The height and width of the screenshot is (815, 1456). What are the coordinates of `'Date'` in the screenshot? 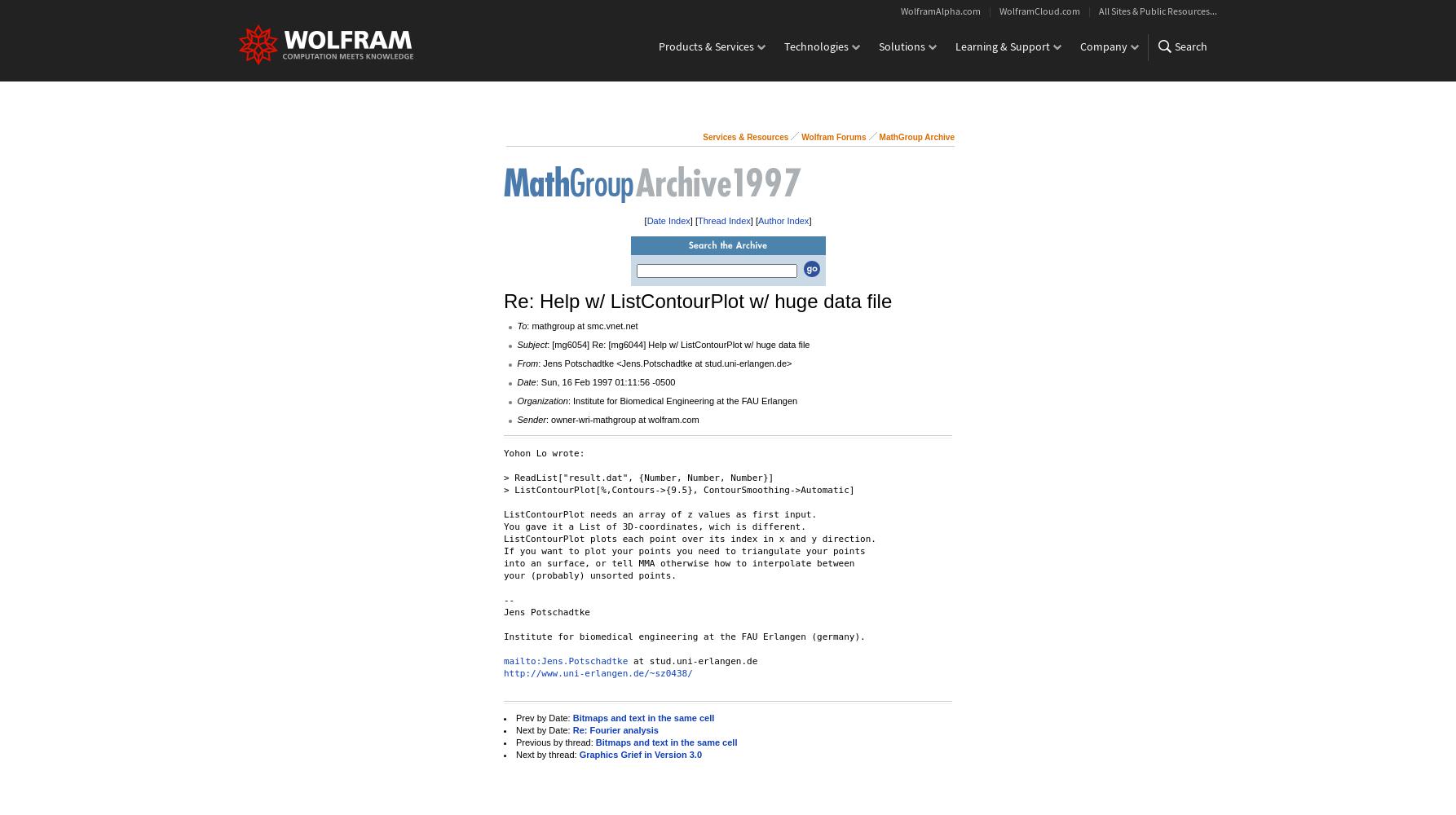 It's located at (526, 381).